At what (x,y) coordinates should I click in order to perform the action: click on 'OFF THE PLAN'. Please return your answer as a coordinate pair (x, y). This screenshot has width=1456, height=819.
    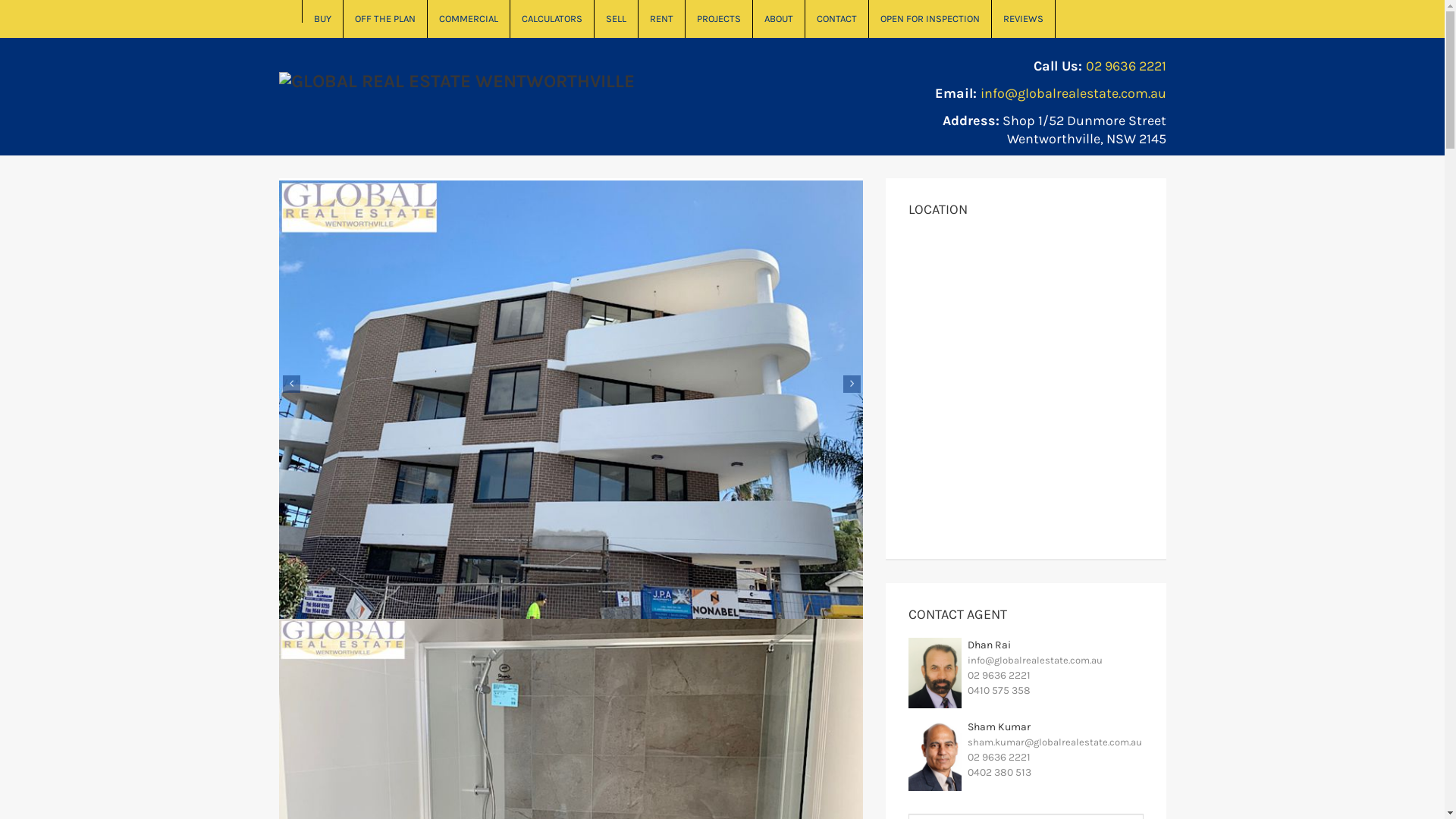
    Looking at the image, I should click on (384, 18).